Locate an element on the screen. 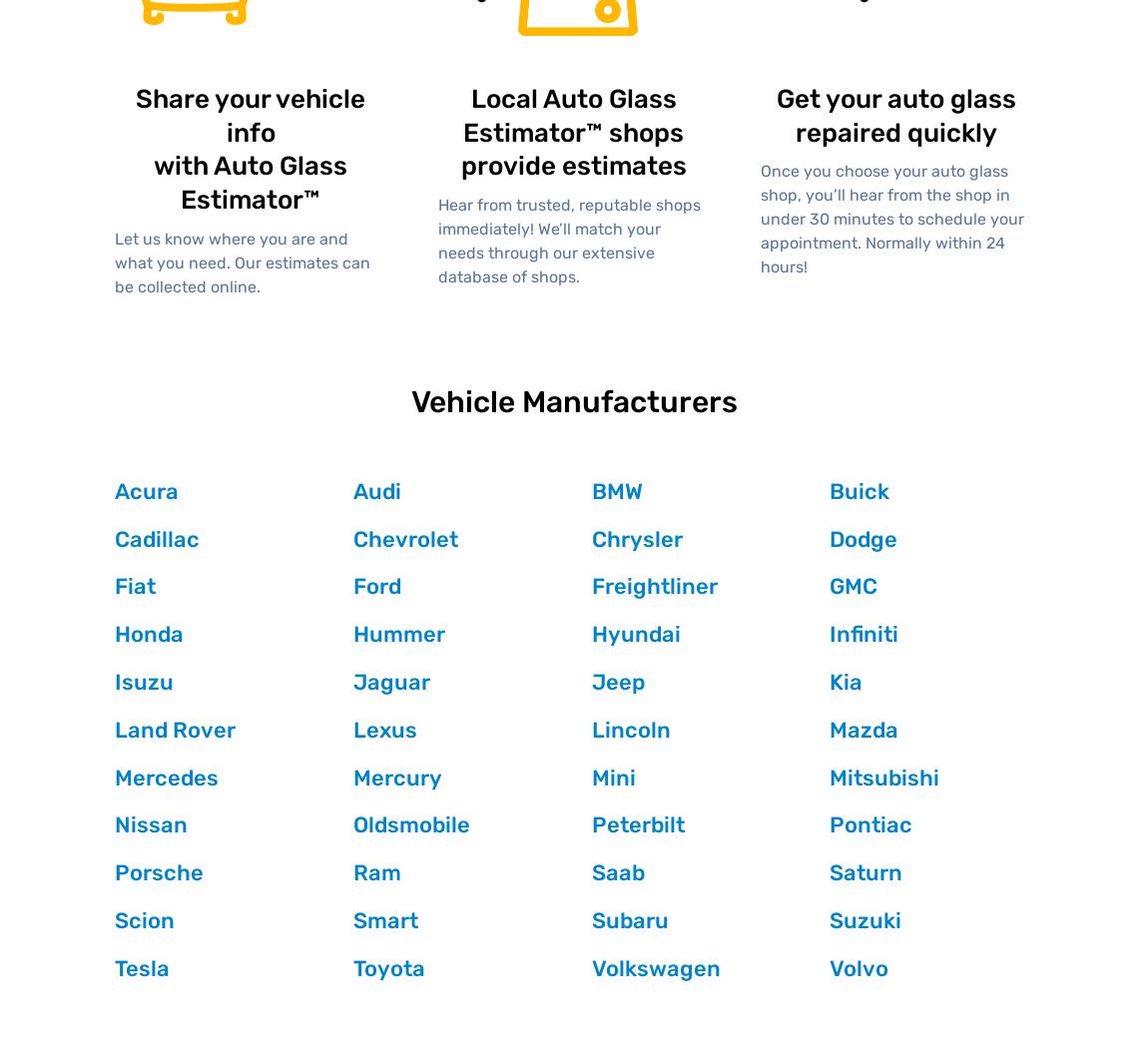  'Vehicle Manufacturers' is located at coordinates (573, 401).